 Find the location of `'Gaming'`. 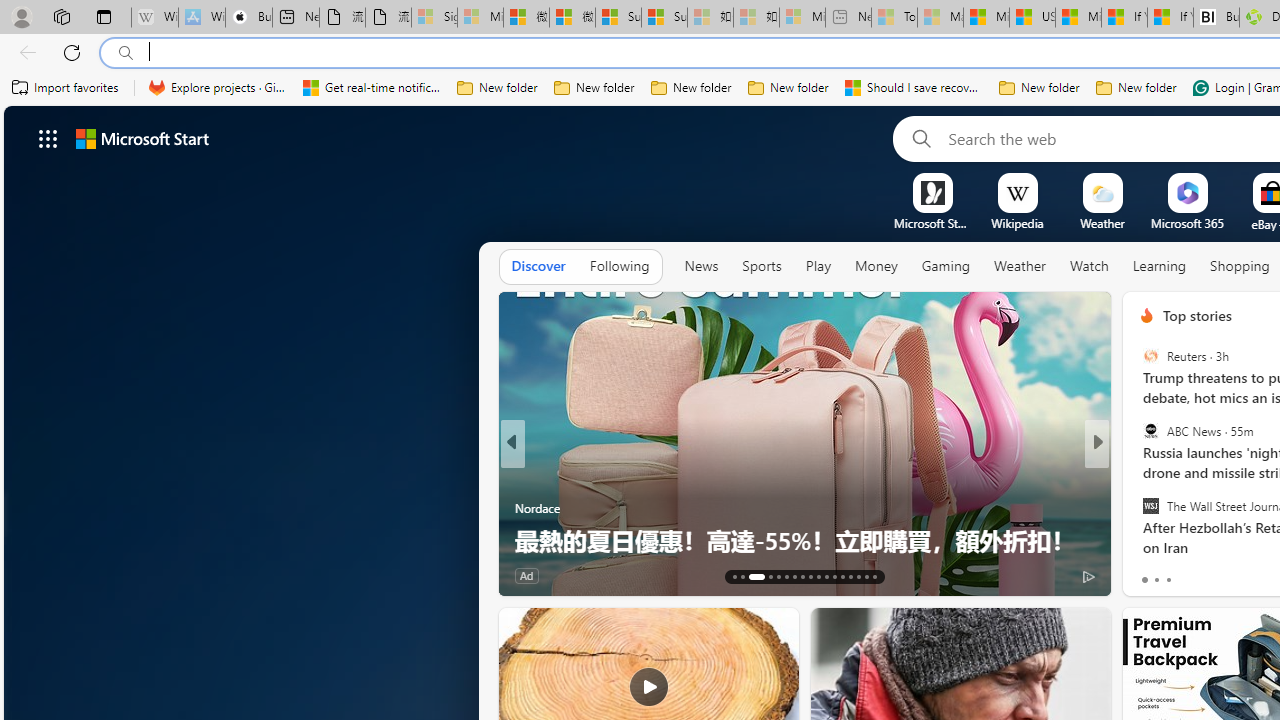

'Gaming' is located at coordinates (944, 265).